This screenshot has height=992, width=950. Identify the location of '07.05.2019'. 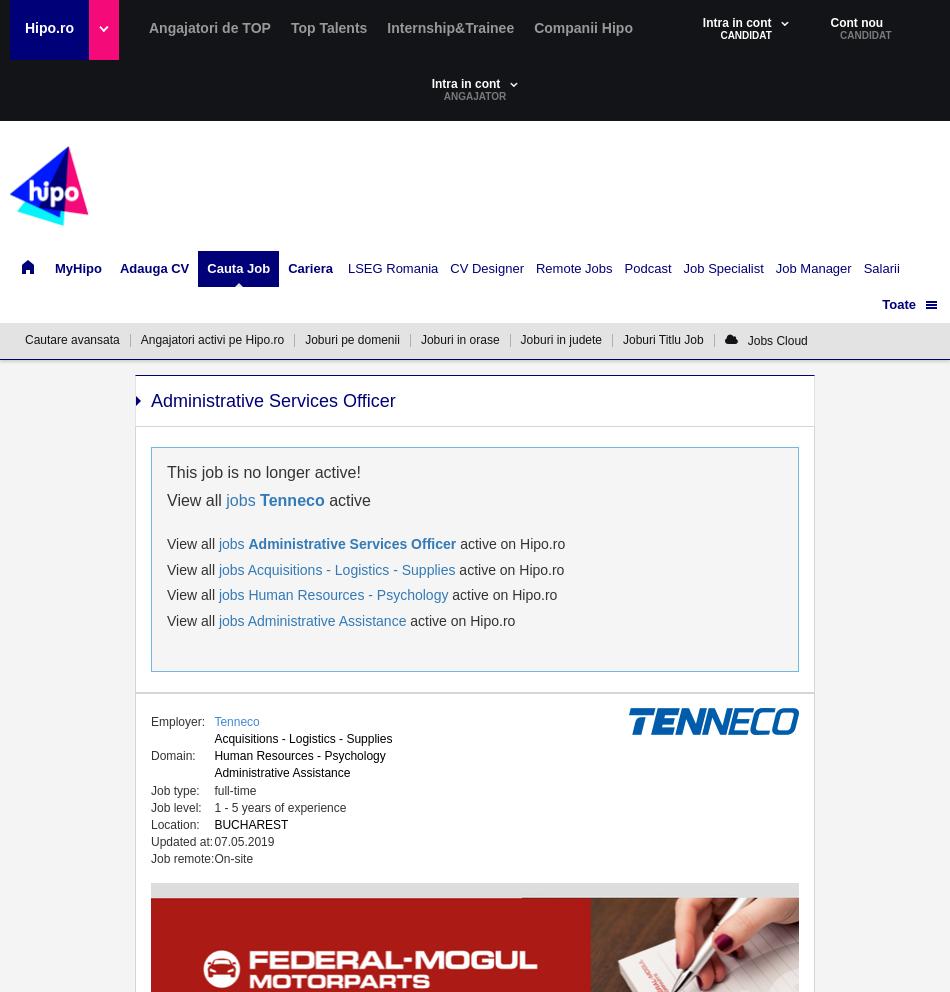
(242, 841).